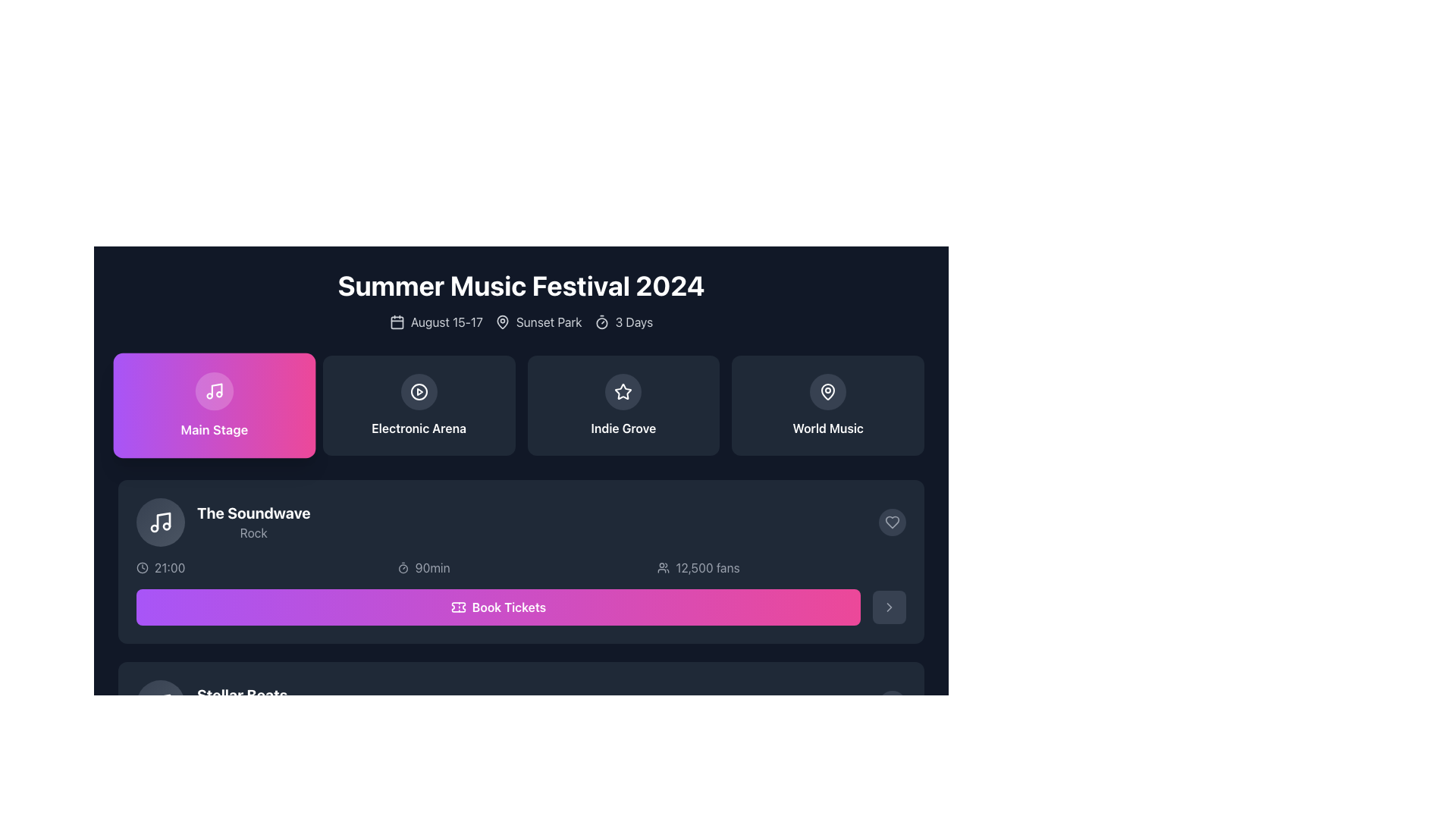  Describe the element at coordinates (827, 391) in the screenshot. I see `the map pin icon in the 'World Music' button, which is the fourth button from the left in the category buttons group below 'Summer Music Festival 2024'` at that location.